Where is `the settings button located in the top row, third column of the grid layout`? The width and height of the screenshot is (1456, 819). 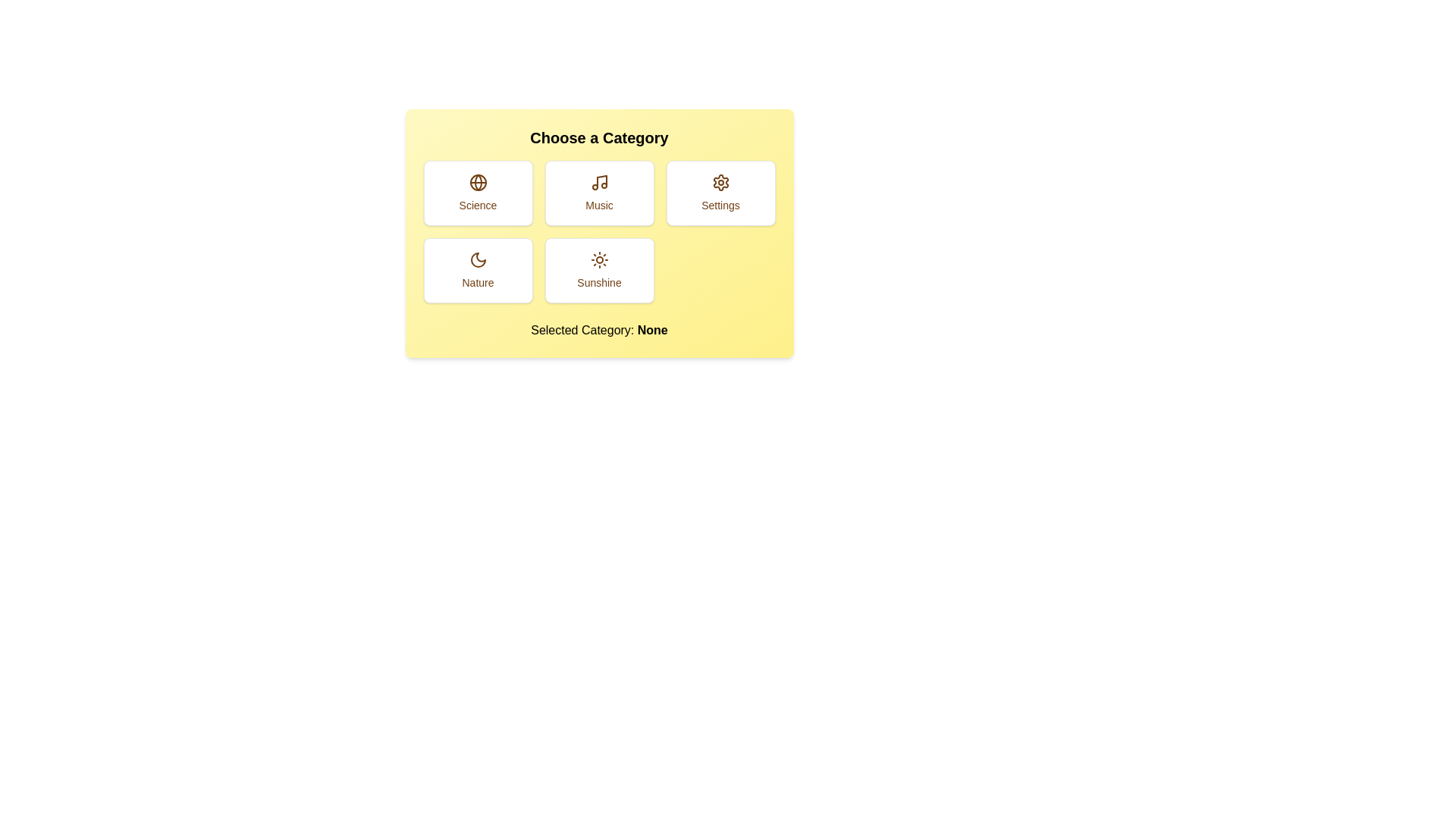
the settings button located in the top row, third column of the grid layout is located at coordinates (720, 192).